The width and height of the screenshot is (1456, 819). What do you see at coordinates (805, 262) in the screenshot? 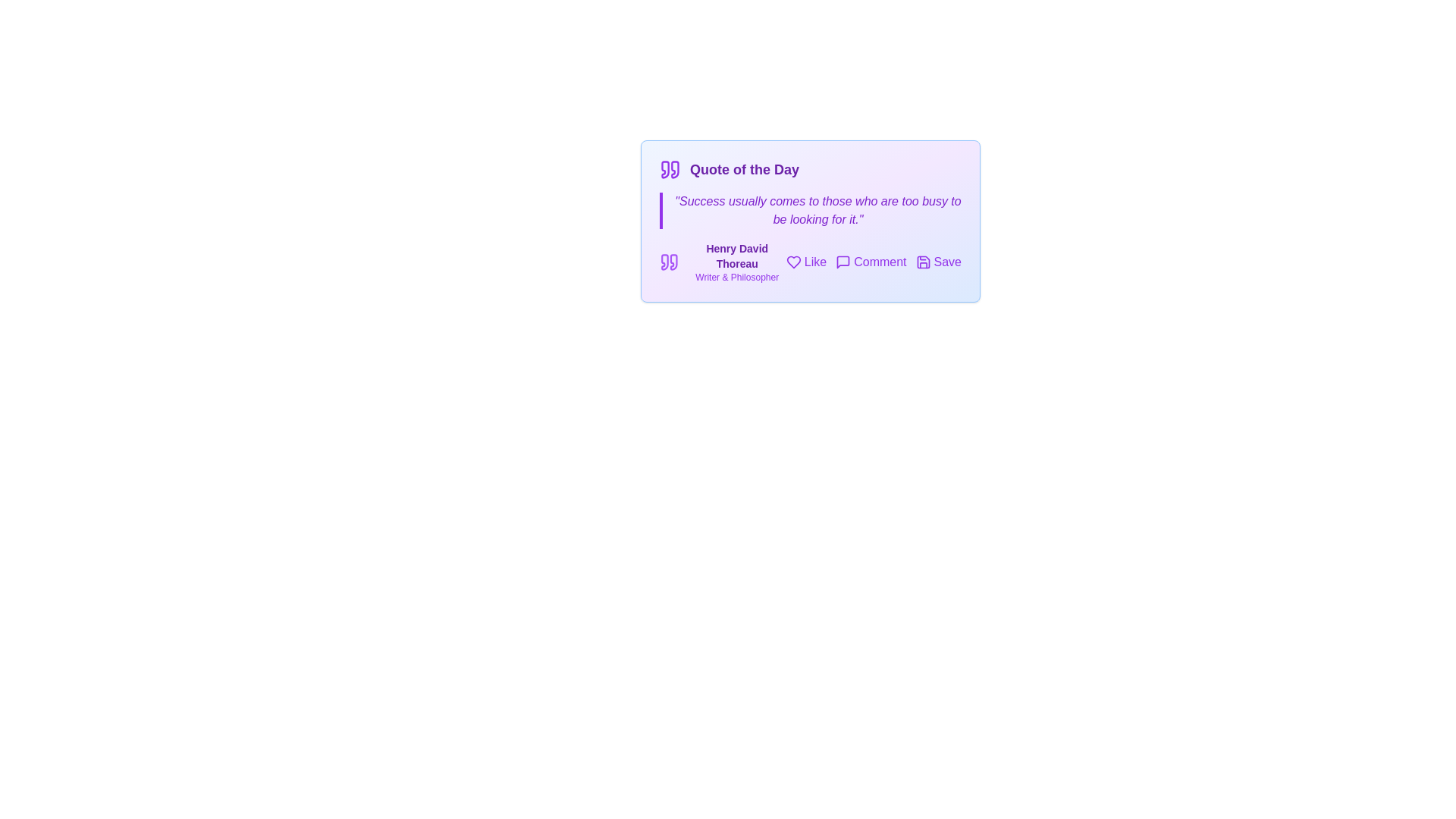
I see `the purple heart icon labeled 'Like' to like the content` at bounding box center [805, 262].